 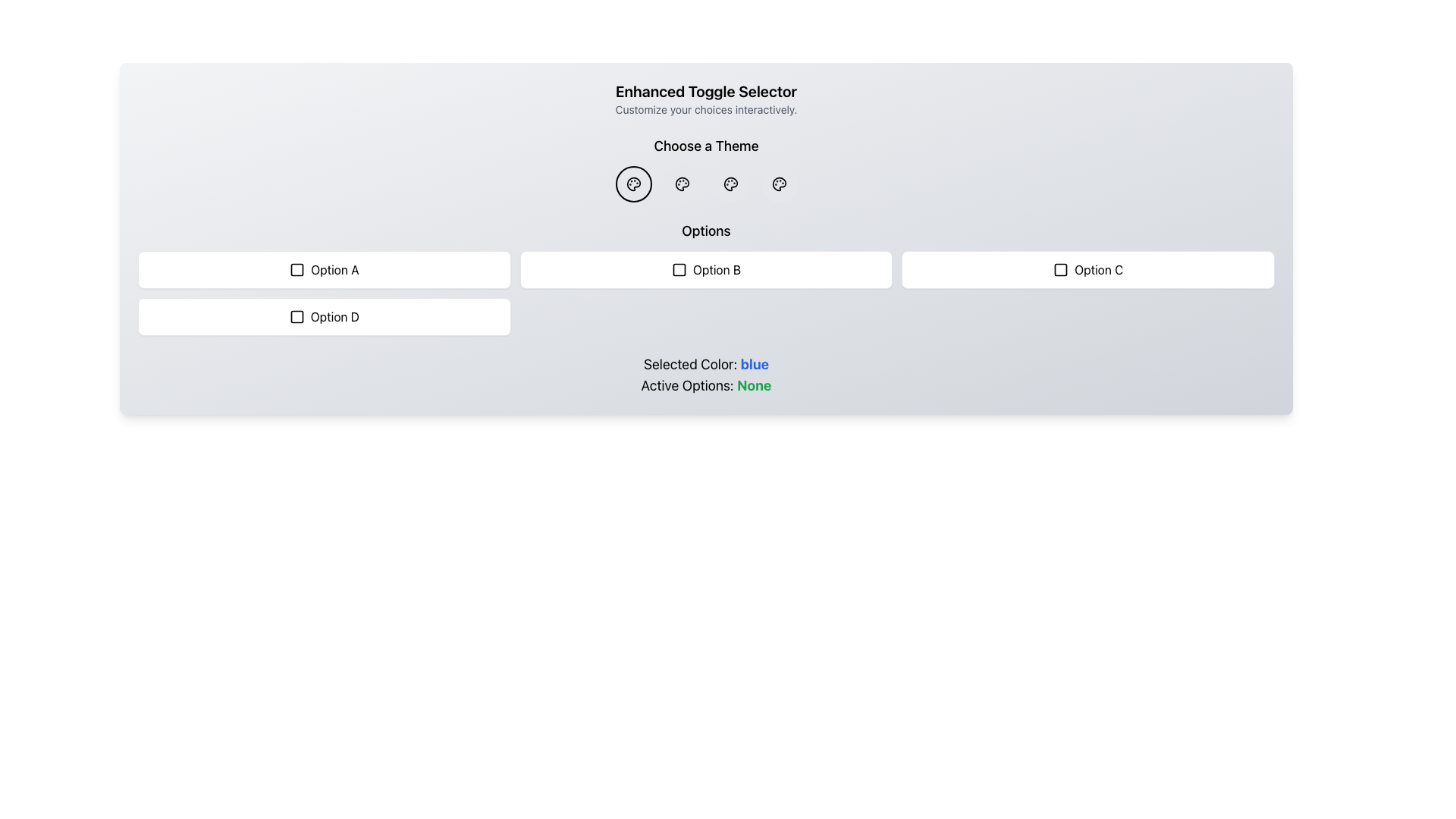 I want to click on the fourth palette icon in the 'Choose a Theme' section, which resembles a smooth, minimalistic circular shape with cutout details, so click(x=779, y=184).